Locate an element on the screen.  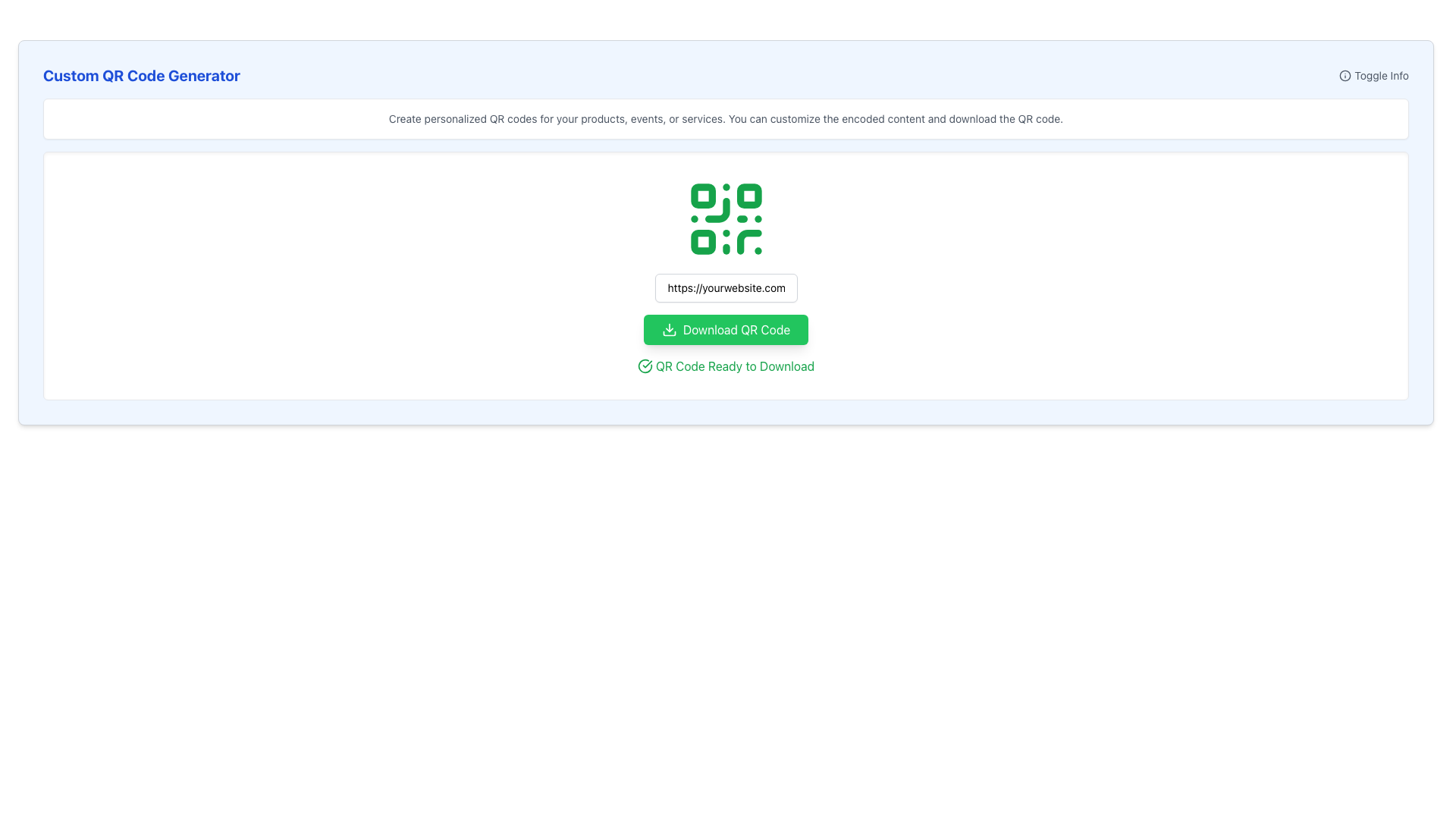
the appearance of the circular 'info' icon located at the top right corner of the interface, which is outlined with a dark border and contains an 'i' shape in the center is located at coordinates (1345, 76).